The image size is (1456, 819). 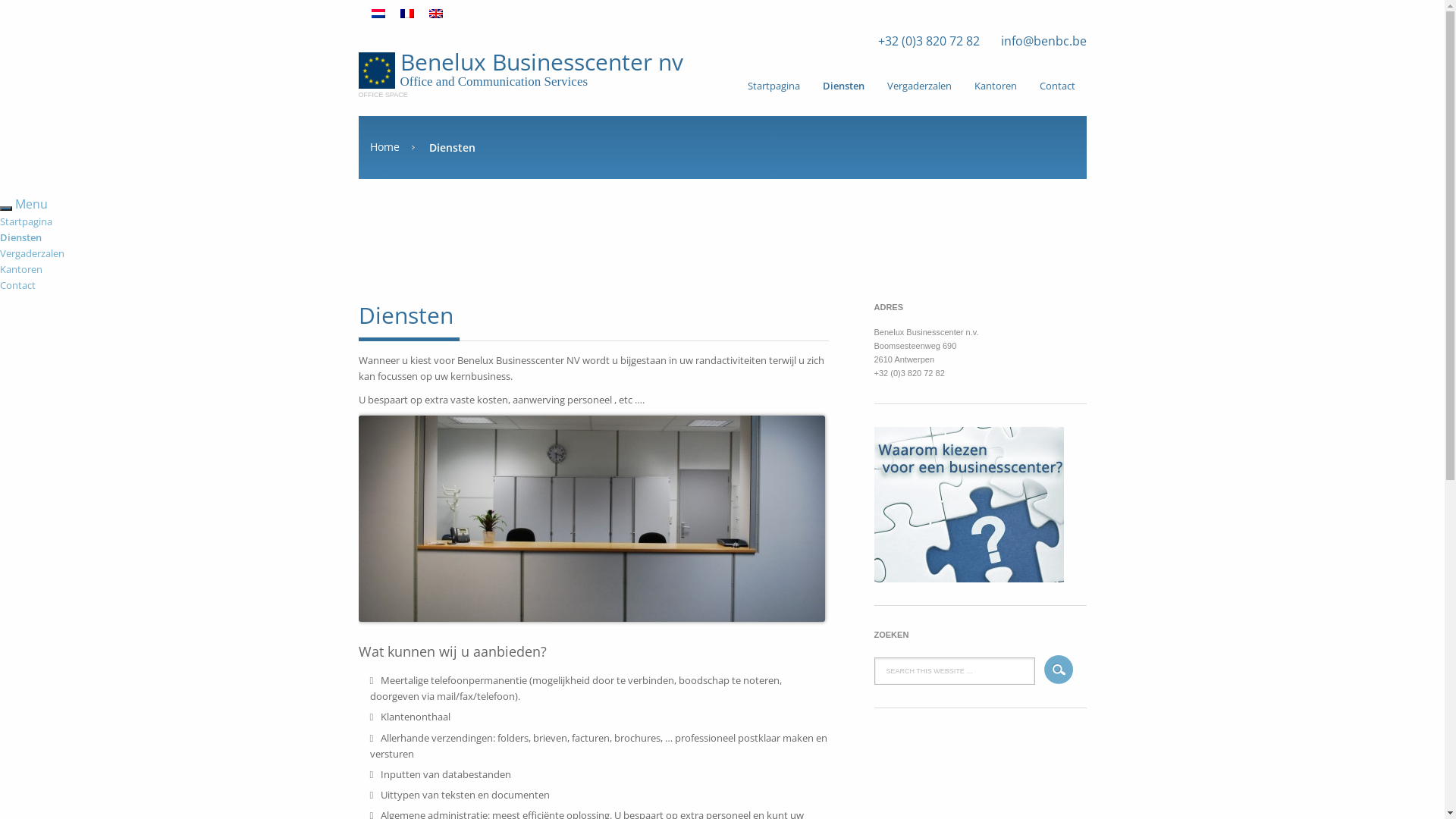 What do you see at coordinates (21, 268) in the screenshot?
I see `'Kantoren'` at bounding box center [21, 268].